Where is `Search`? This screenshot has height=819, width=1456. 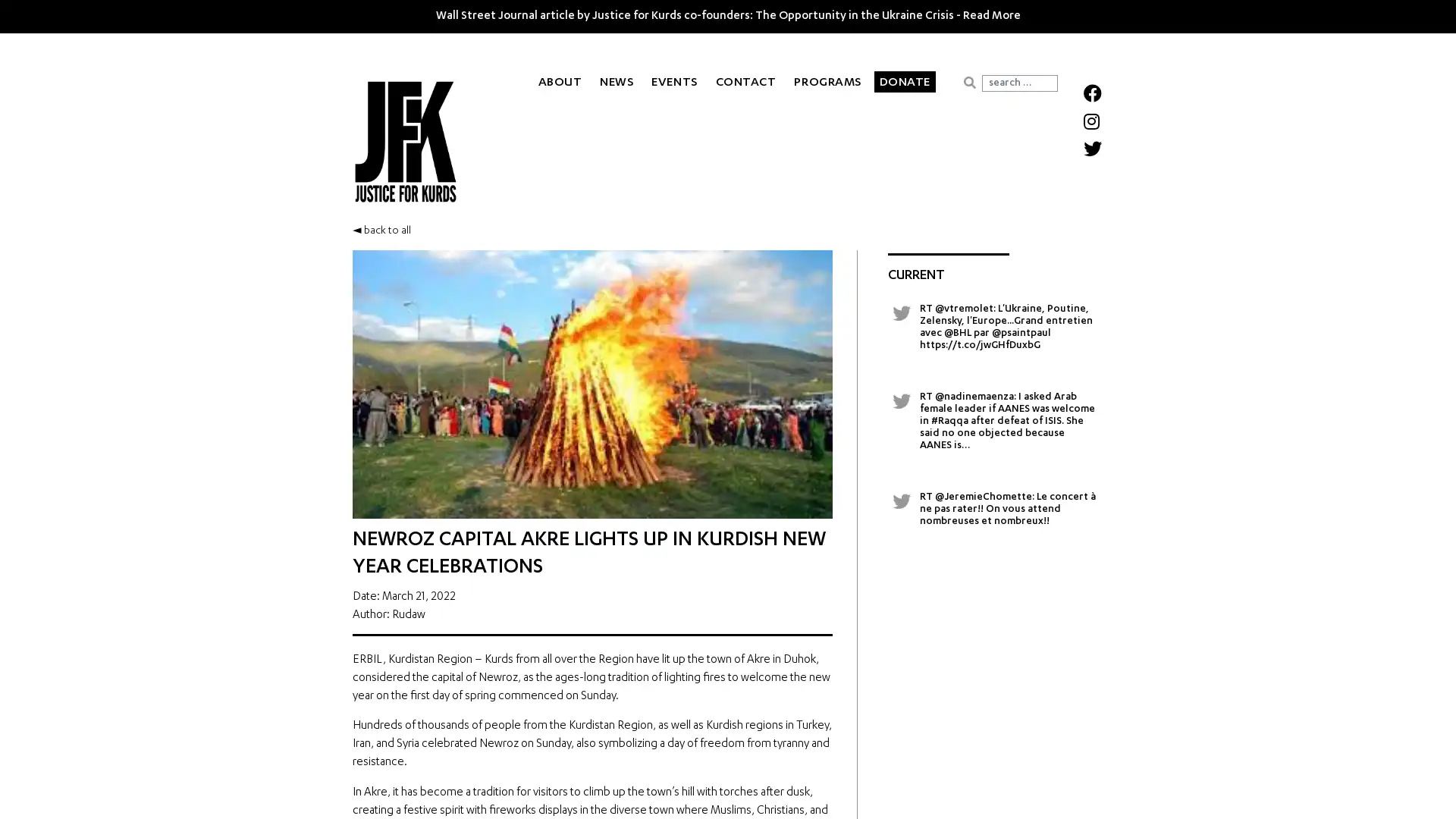 Search is located at coordinates (968, 82).